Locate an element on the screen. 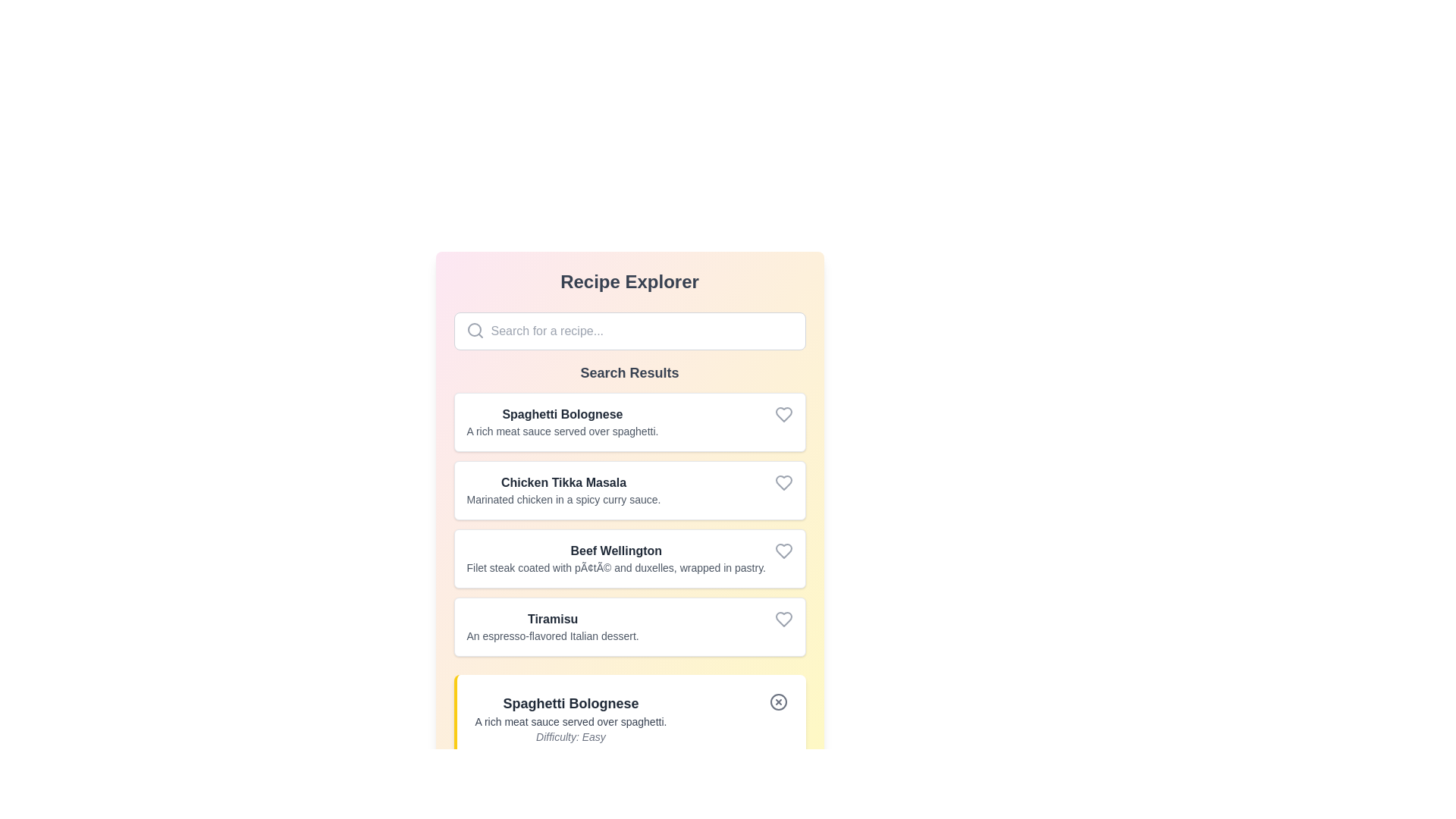  static text that describes 'A rich meat sauce served over spaghetti.', which is located beneath the title 'Spaghetti Bolognese' and above the difficulty indicator 'Difficulty: Easy.' is located at coordinates (570, 721).